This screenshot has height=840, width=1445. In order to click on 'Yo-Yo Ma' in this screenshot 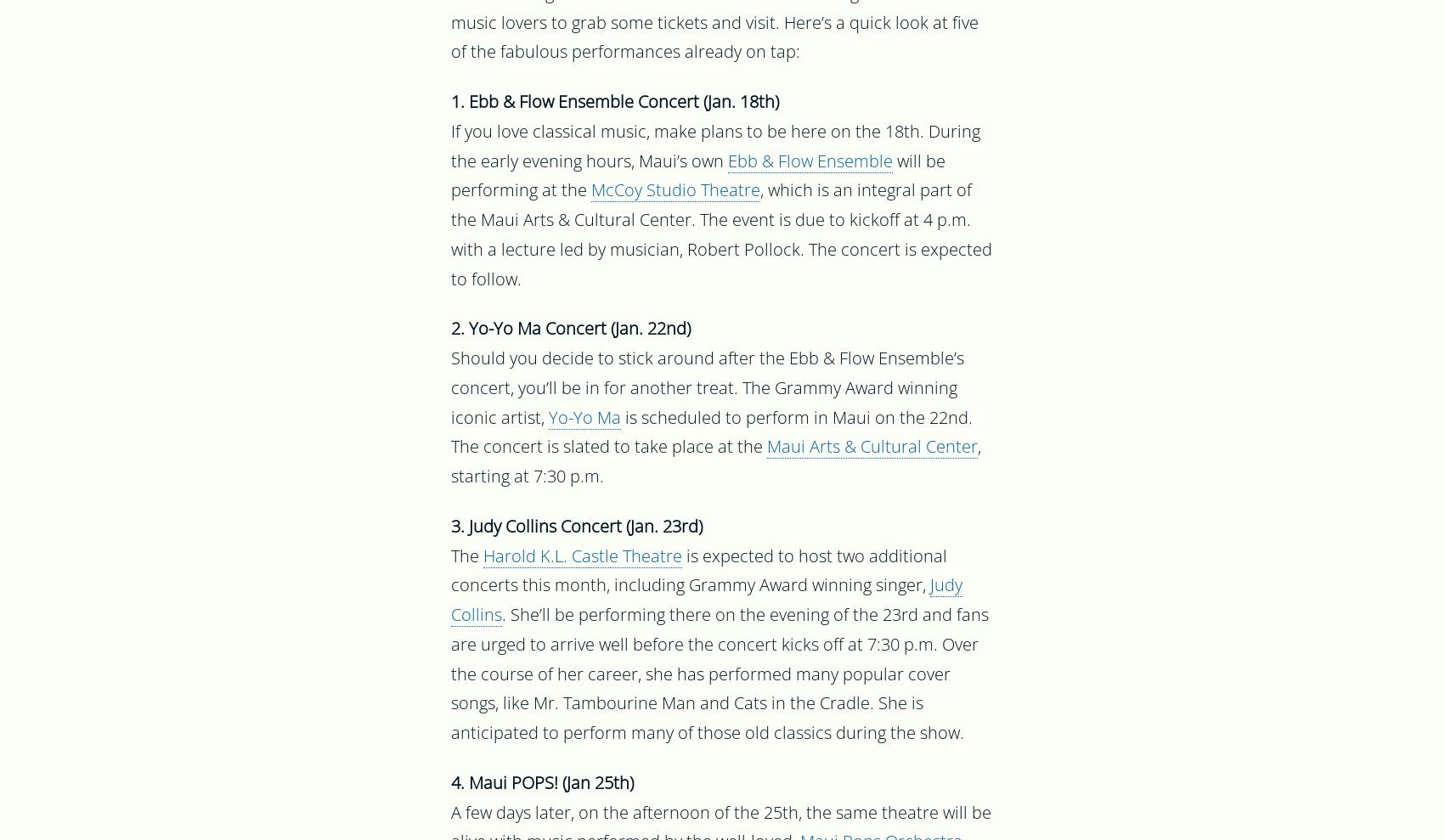, I will do `click(583, 419)`.